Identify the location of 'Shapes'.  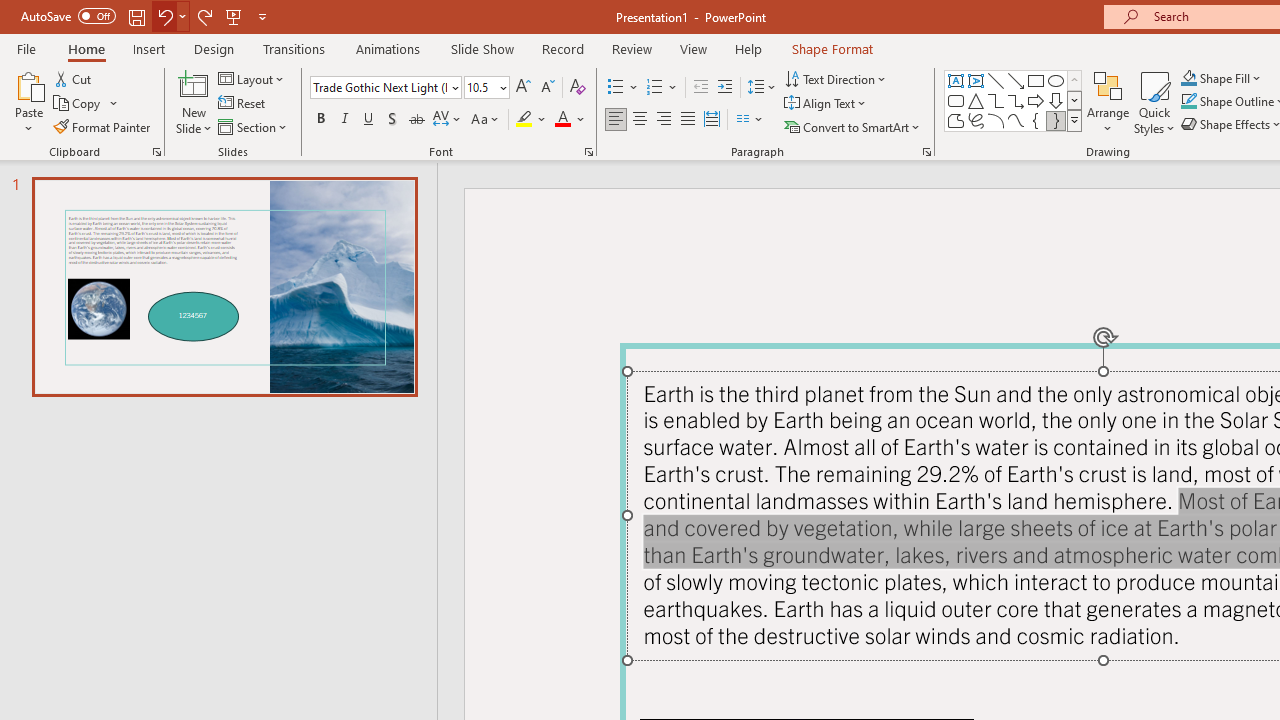
(1073, 120).